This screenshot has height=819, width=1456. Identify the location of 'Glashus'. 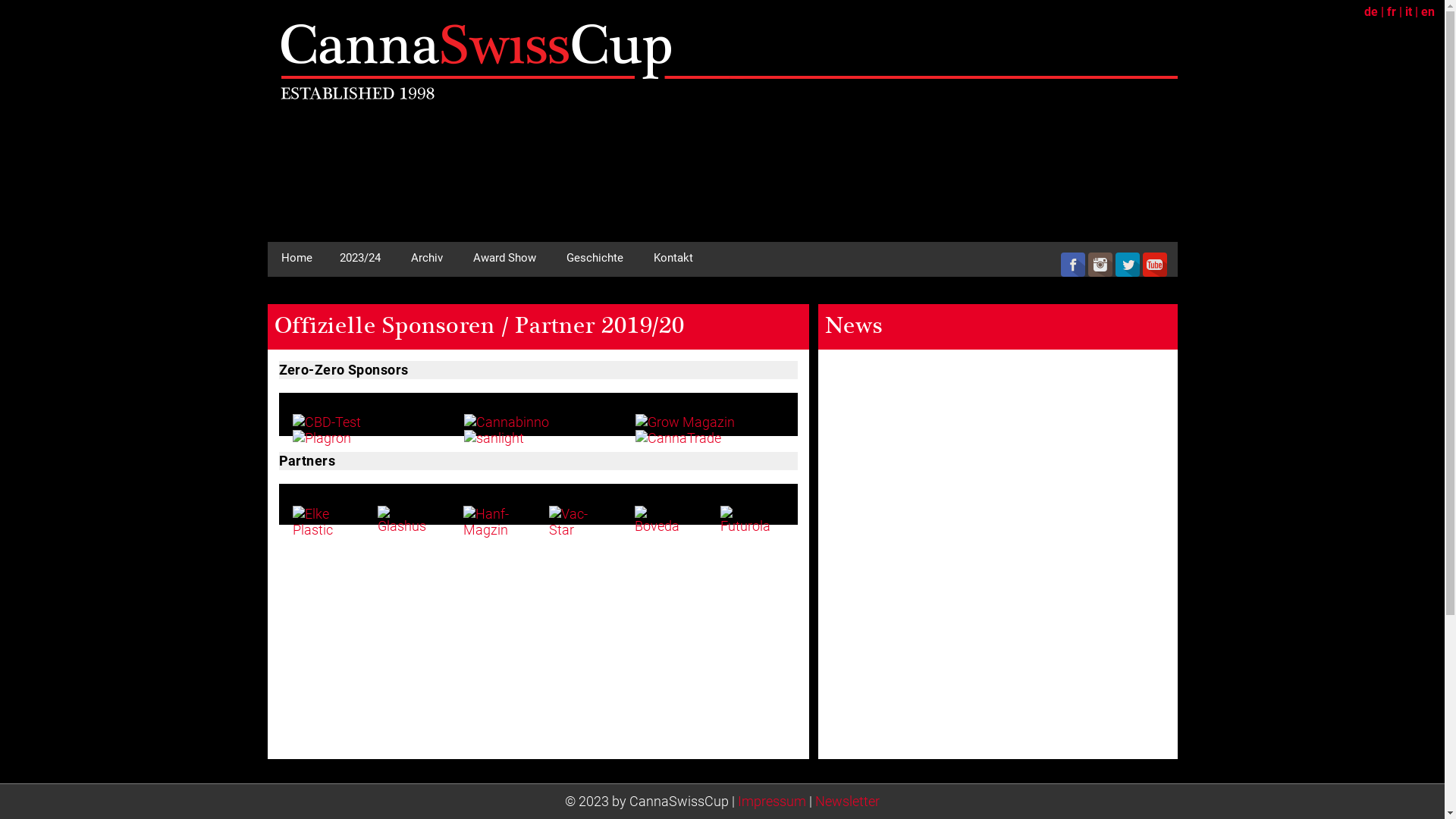
(405, 519).